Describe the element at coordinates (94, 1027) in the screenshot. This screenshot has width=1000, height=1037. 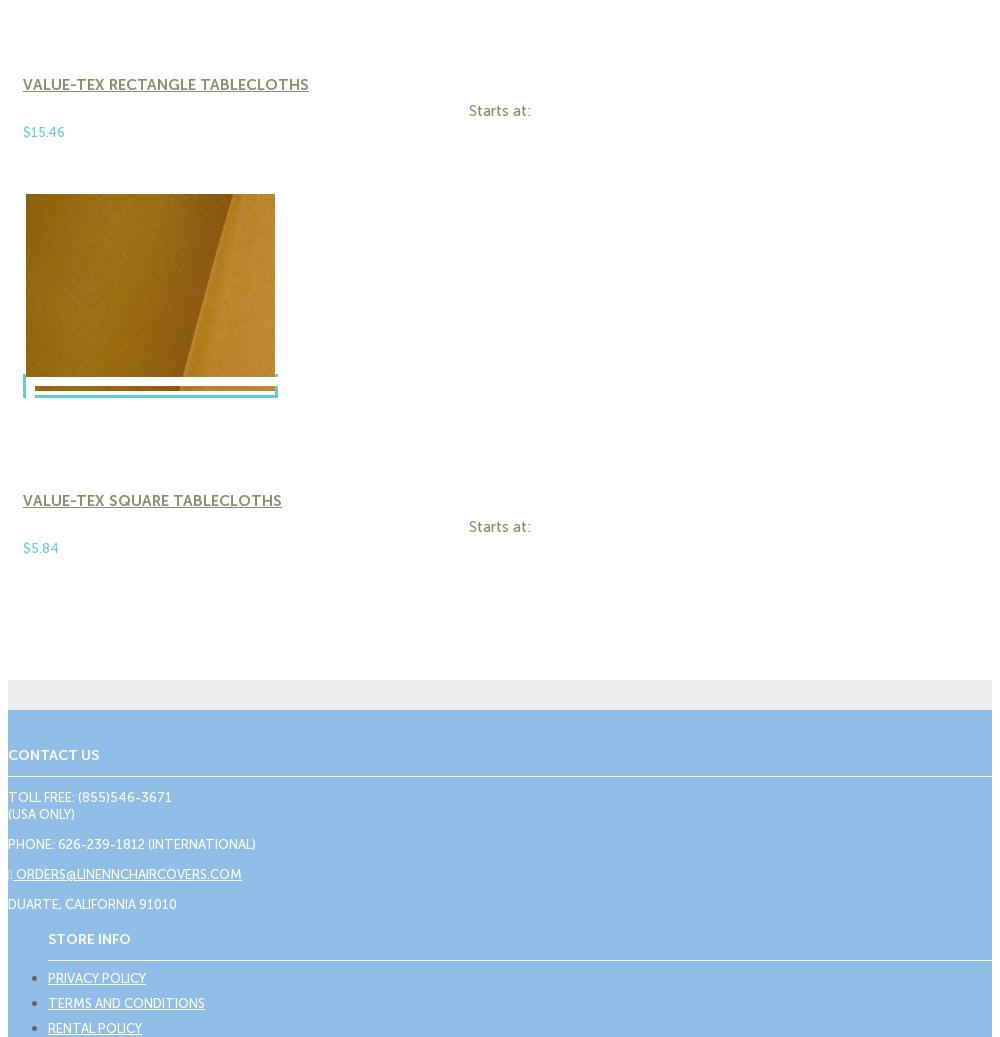
I see `'Rental Policy'` at that location.